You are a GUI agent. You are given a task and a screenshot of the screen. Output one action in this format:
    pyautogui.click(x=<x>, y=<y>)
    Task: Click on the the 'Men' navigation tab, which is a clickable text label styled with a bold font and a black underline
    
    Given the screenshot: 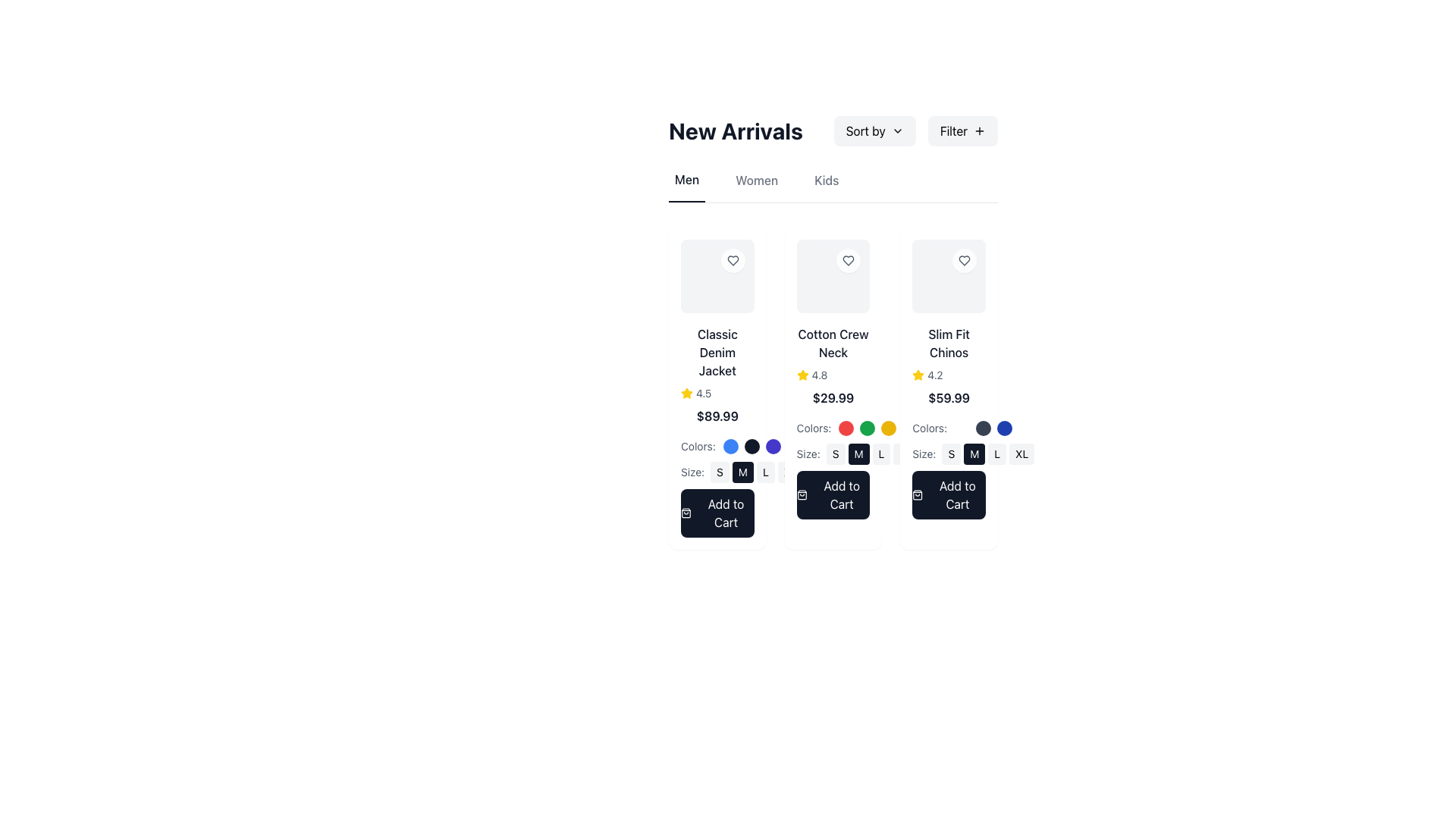 What is the action you would take?
    pyautogui.click(x=686, y=186)
    